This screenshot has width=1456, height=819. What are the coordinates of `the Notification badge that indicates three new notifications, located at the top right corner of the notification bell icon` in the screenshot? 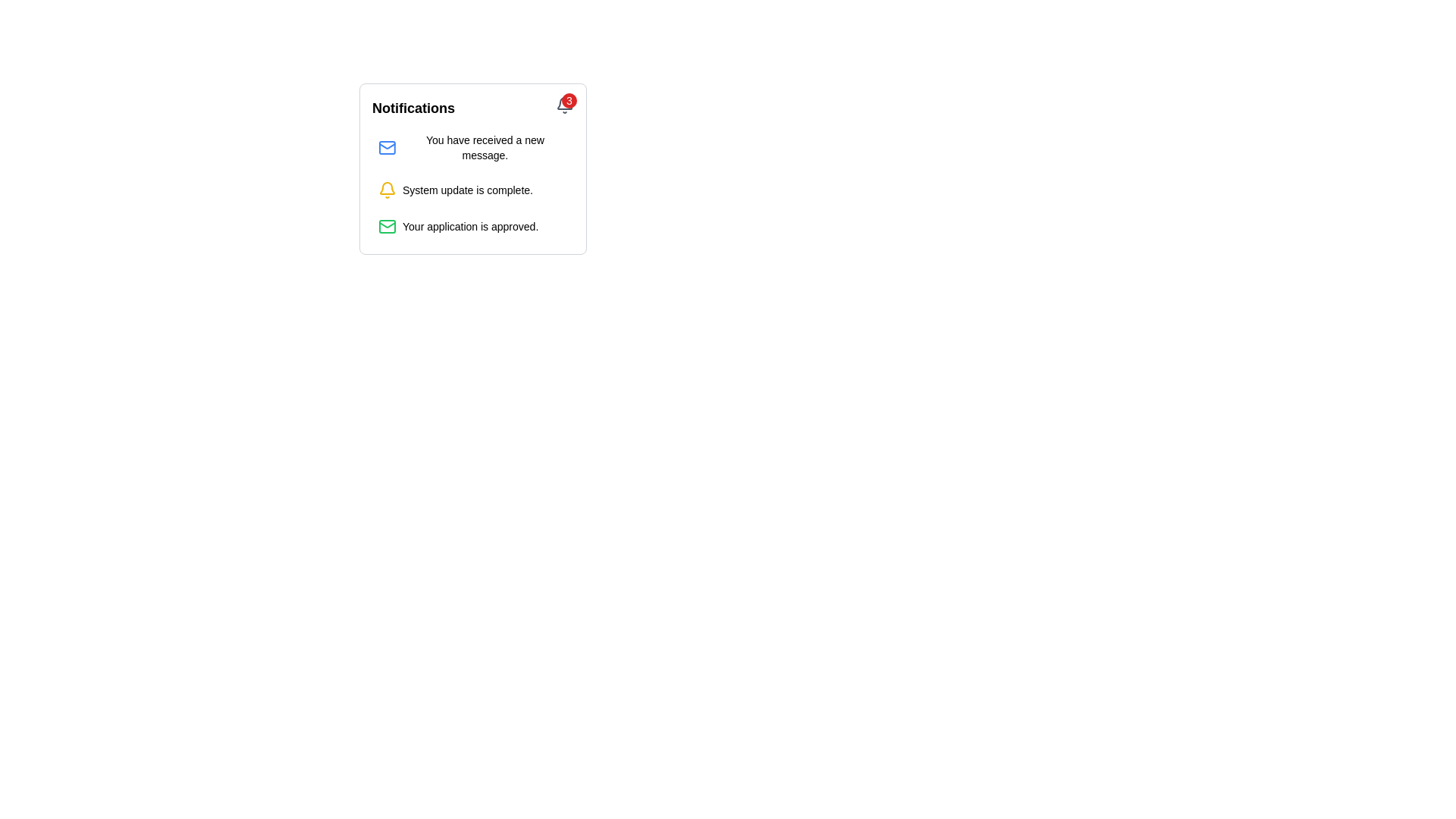 It's located at (560, 107).